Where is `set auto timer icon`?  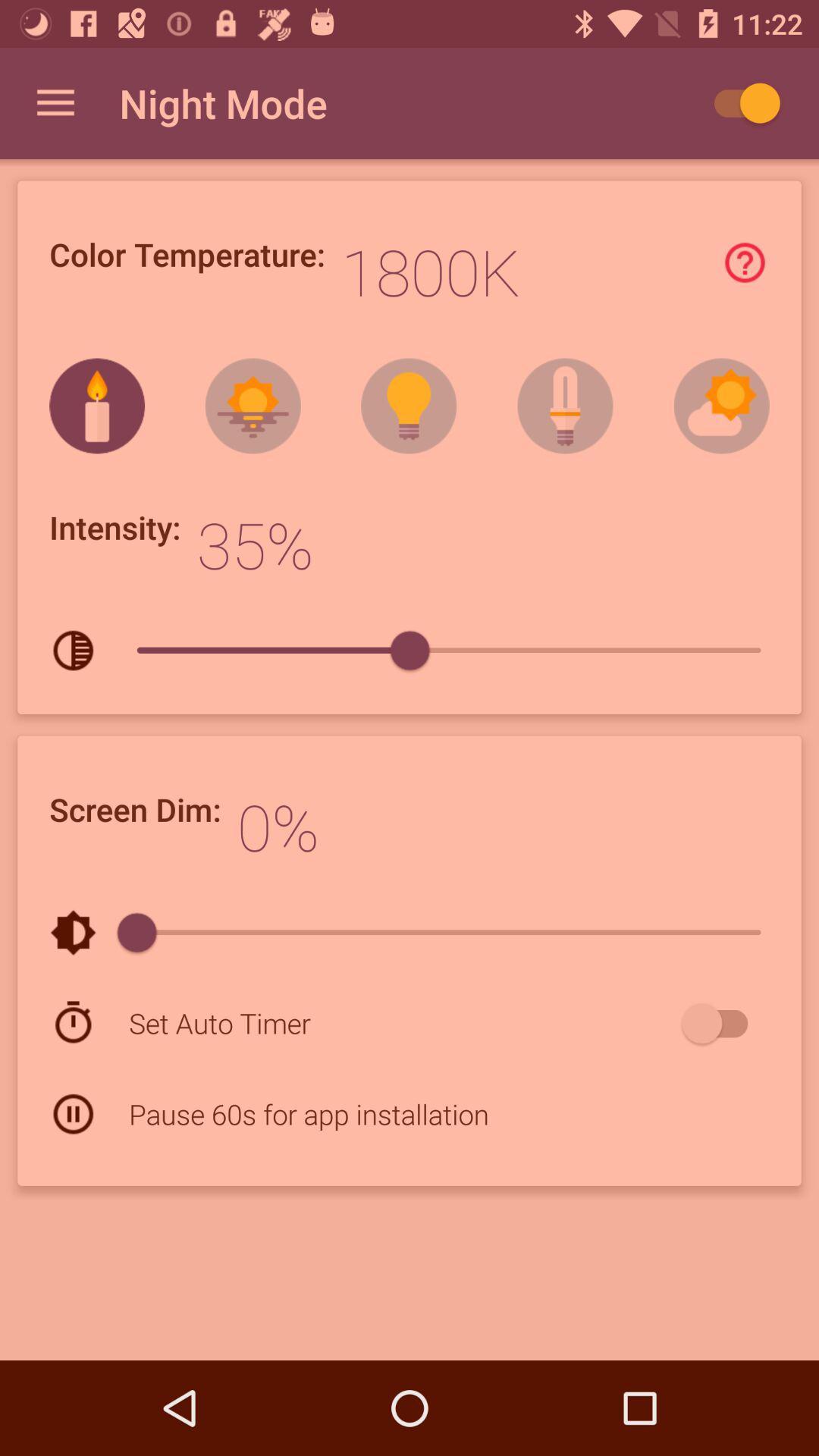
set auto timer icon is located at coordinates (401, 1023).